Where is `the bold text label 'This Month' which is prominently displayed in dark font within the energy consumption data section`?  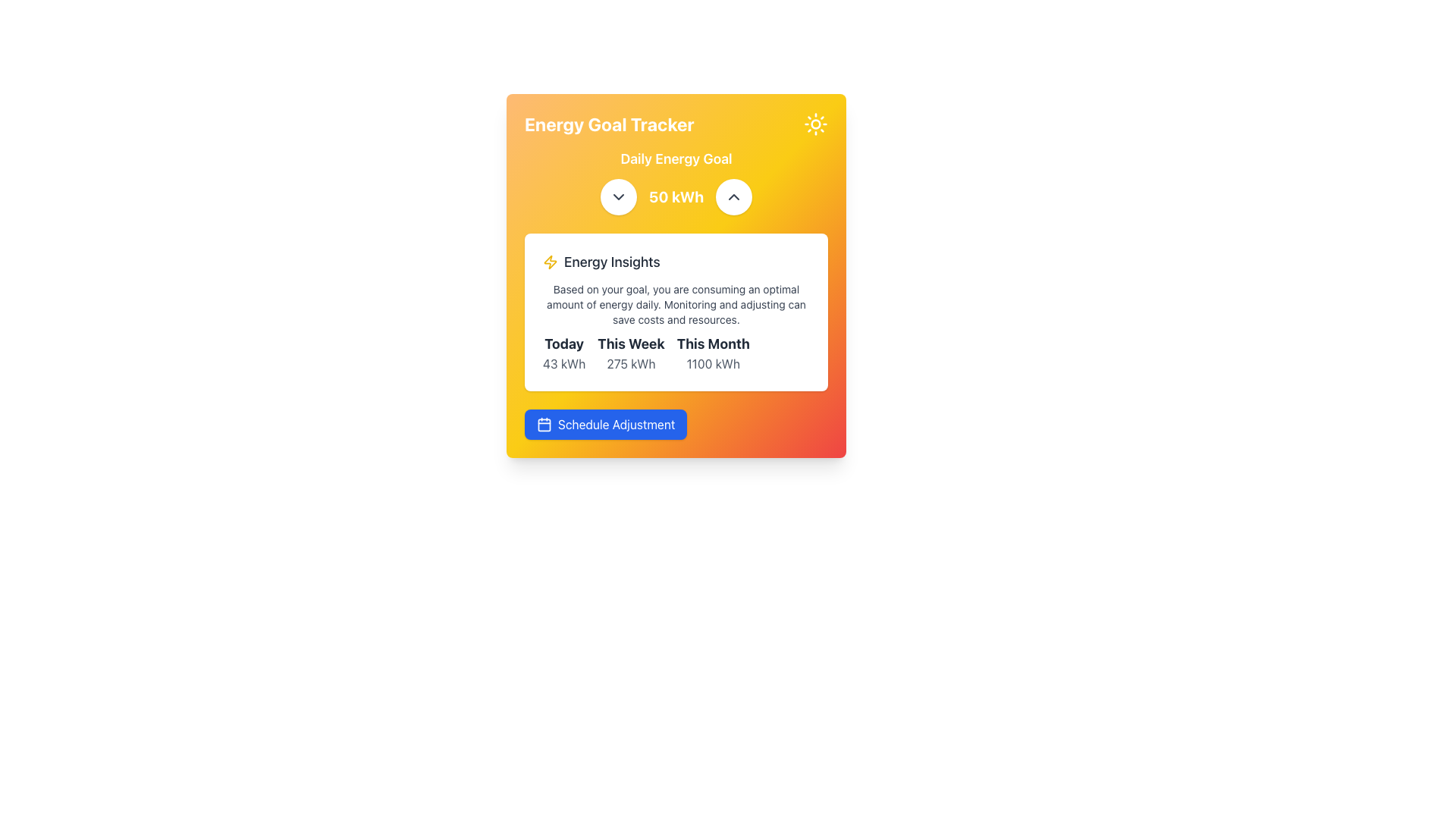 the bold text label 'This Month' which is prominently displayed in dark font within the energy consumption data section is located at coordinates (712, 344).